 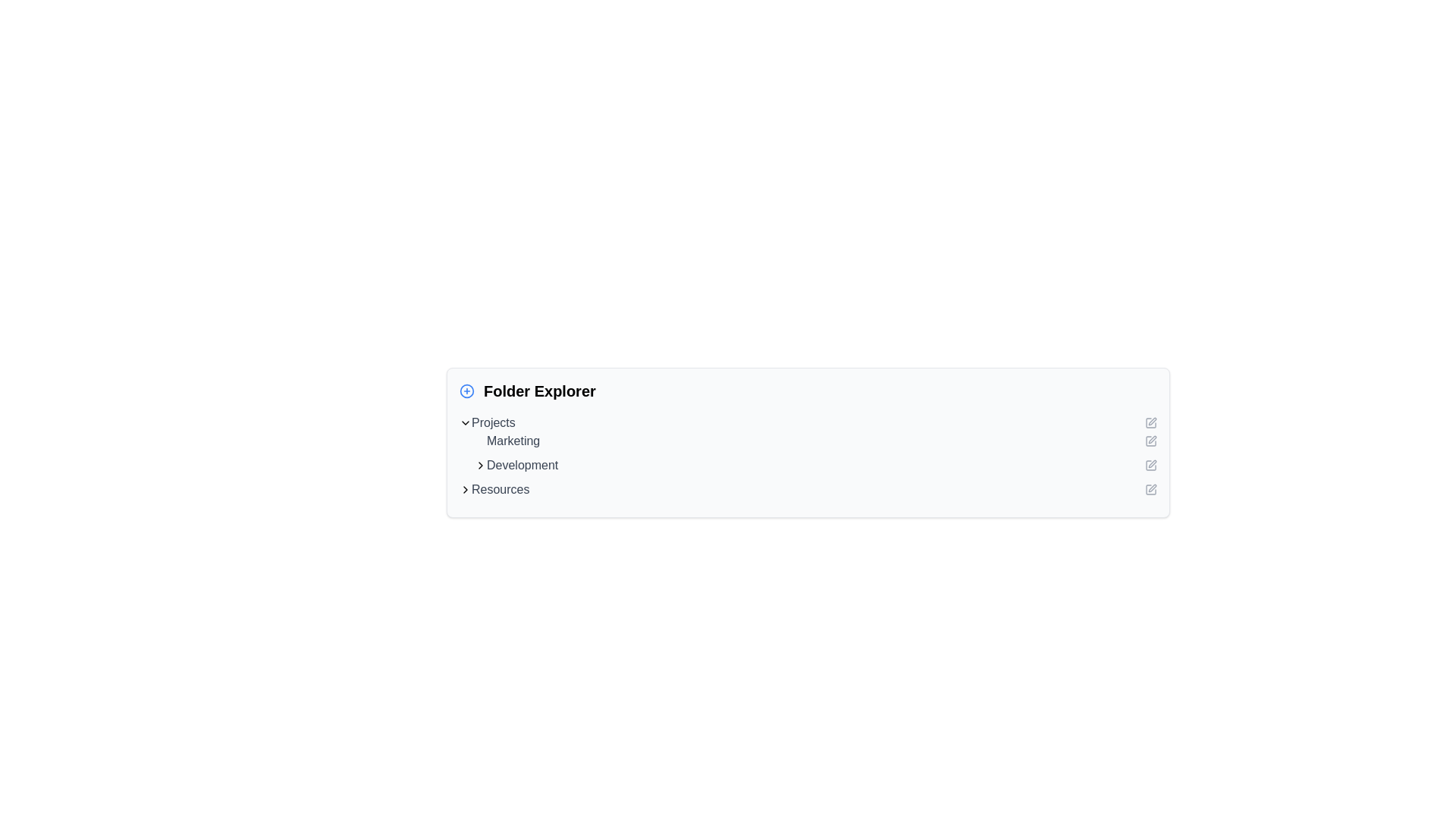 I want to click on the 'Resources' navigation item located at the bottom of the list in the folder explorer interface, so click(x=807, y=489).